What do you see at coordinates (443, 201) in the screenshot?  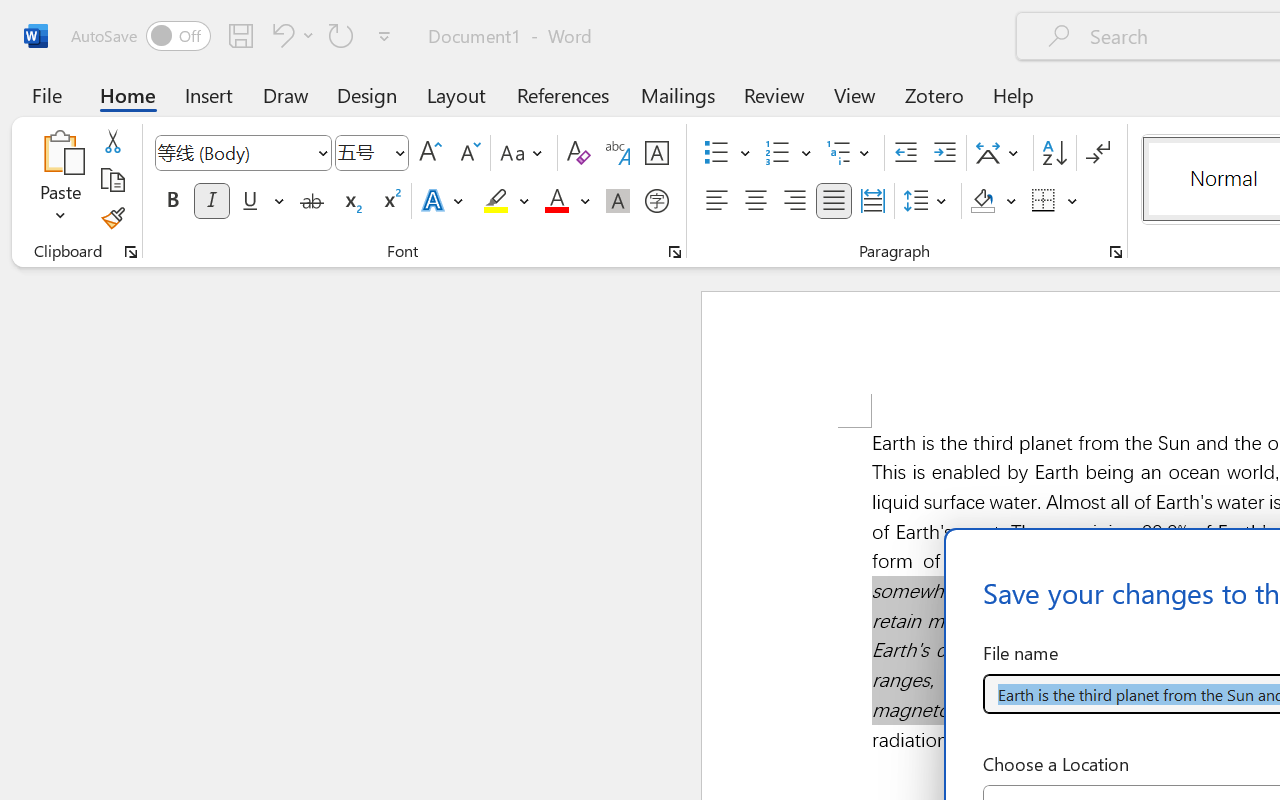 I see `'Text Effects and Typography'` at bounding box center [443, 201].